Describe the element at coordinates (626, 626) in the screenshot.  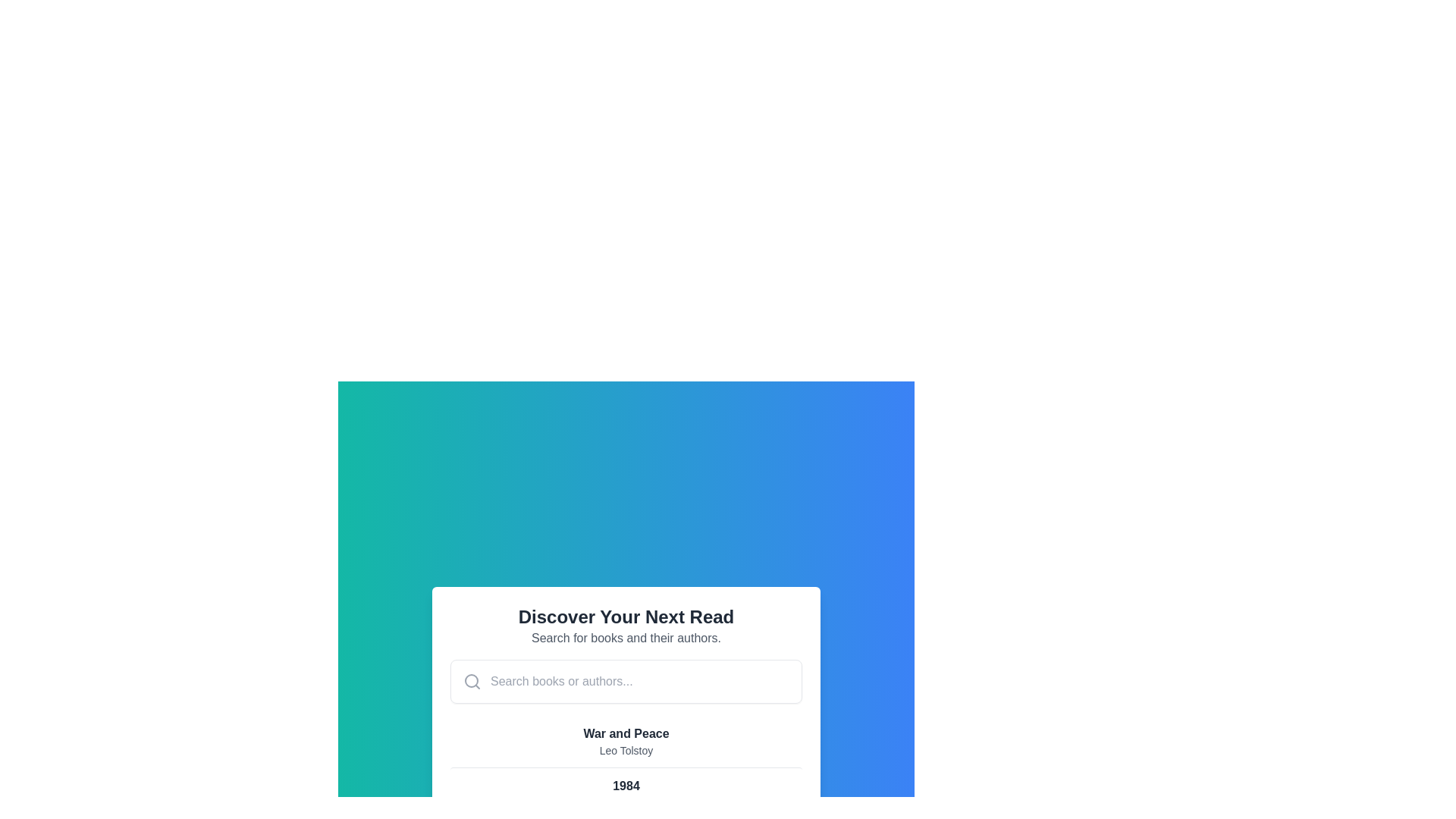
I see `the header element displaying 'Discover Your Next Read' and its subheading 'Search for books and their authors'` at that location.